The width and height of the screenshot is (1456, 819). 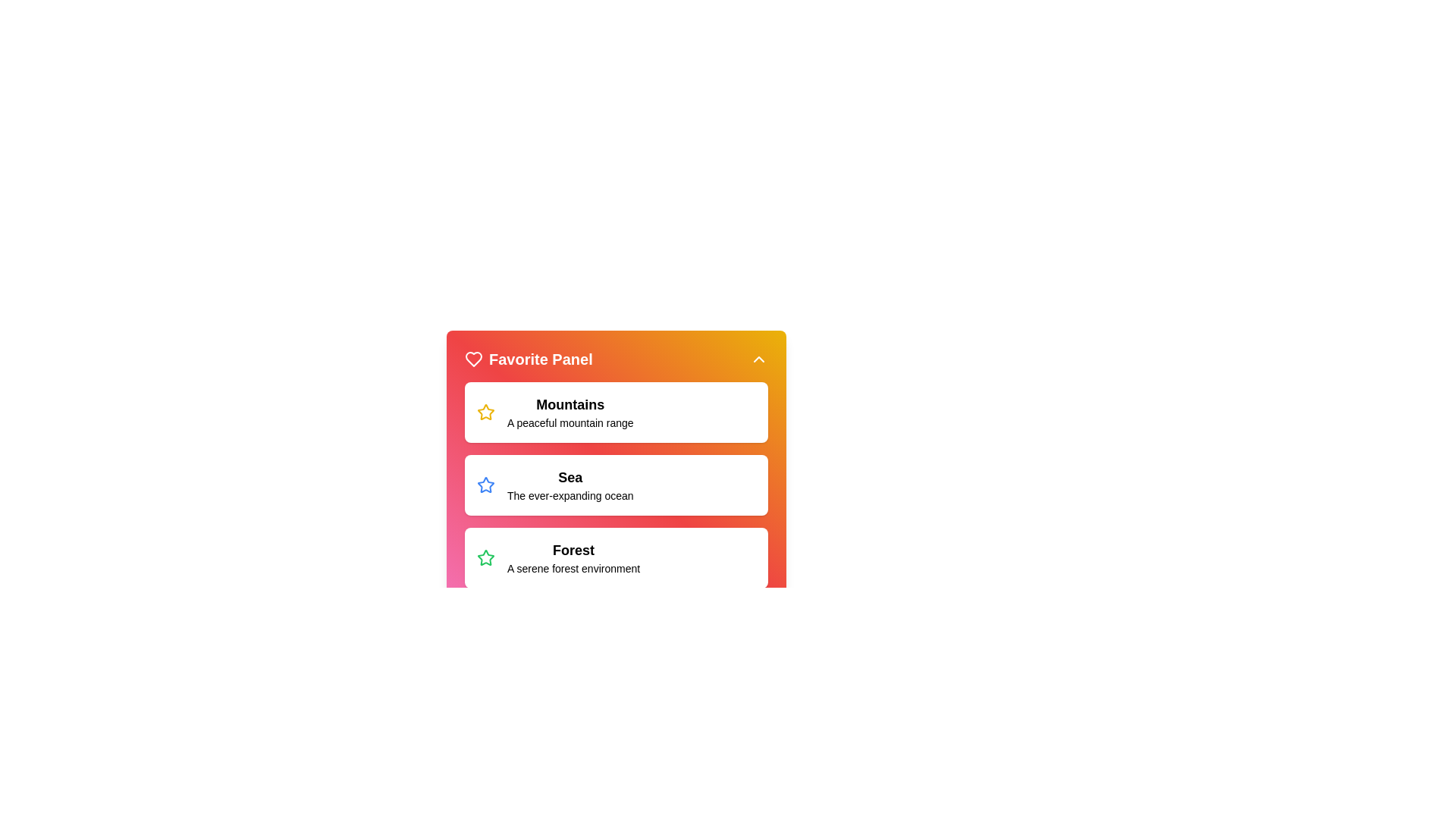 I want to click on the star-shaped icon with a yellow outline located to the left of the 'Mountains' text label to interact, so click(x=486, y=412).